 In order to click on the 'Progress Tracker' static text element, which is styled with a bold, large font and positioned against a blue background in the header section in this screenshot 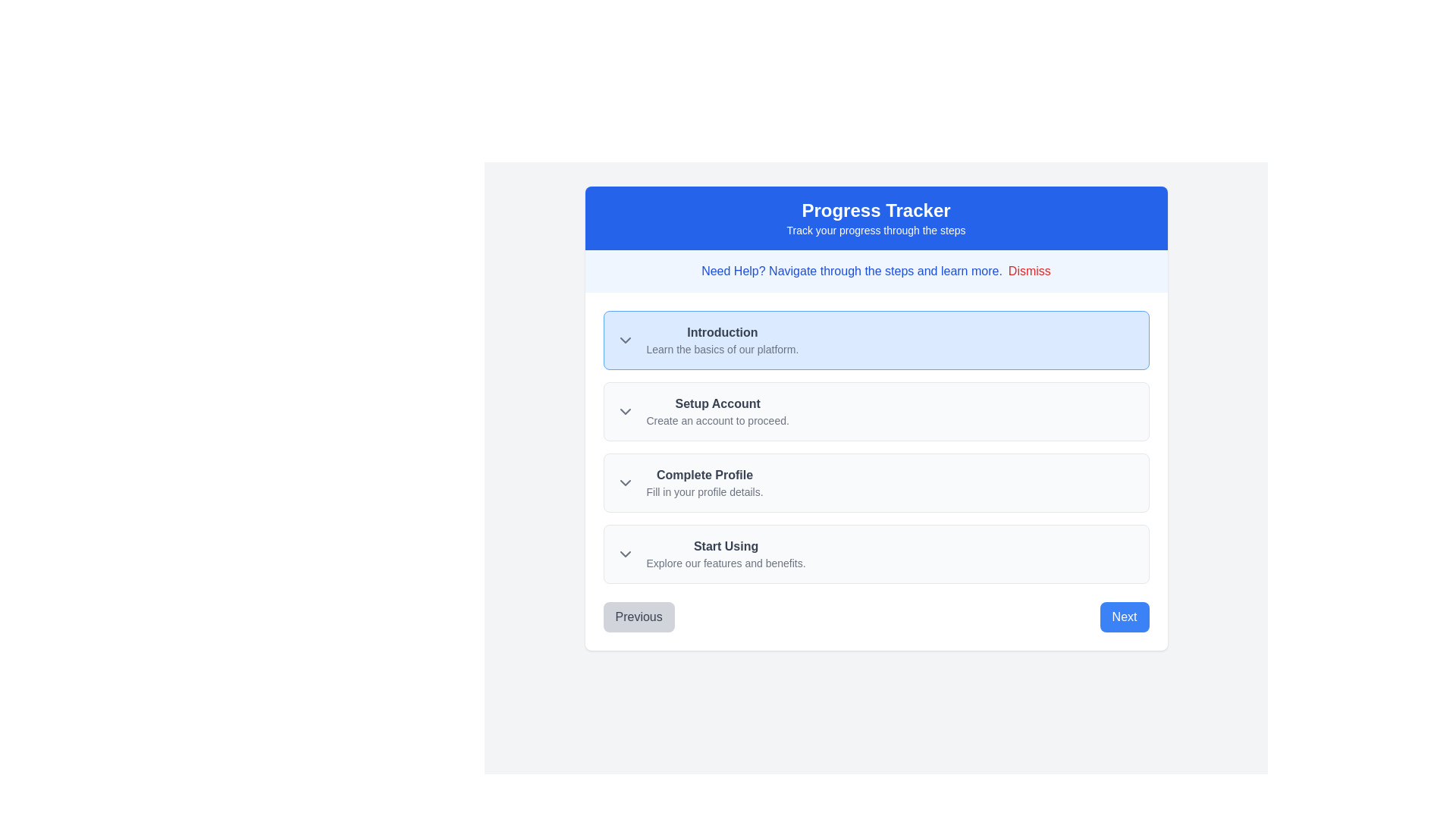, I will do `click(876, 210)`.